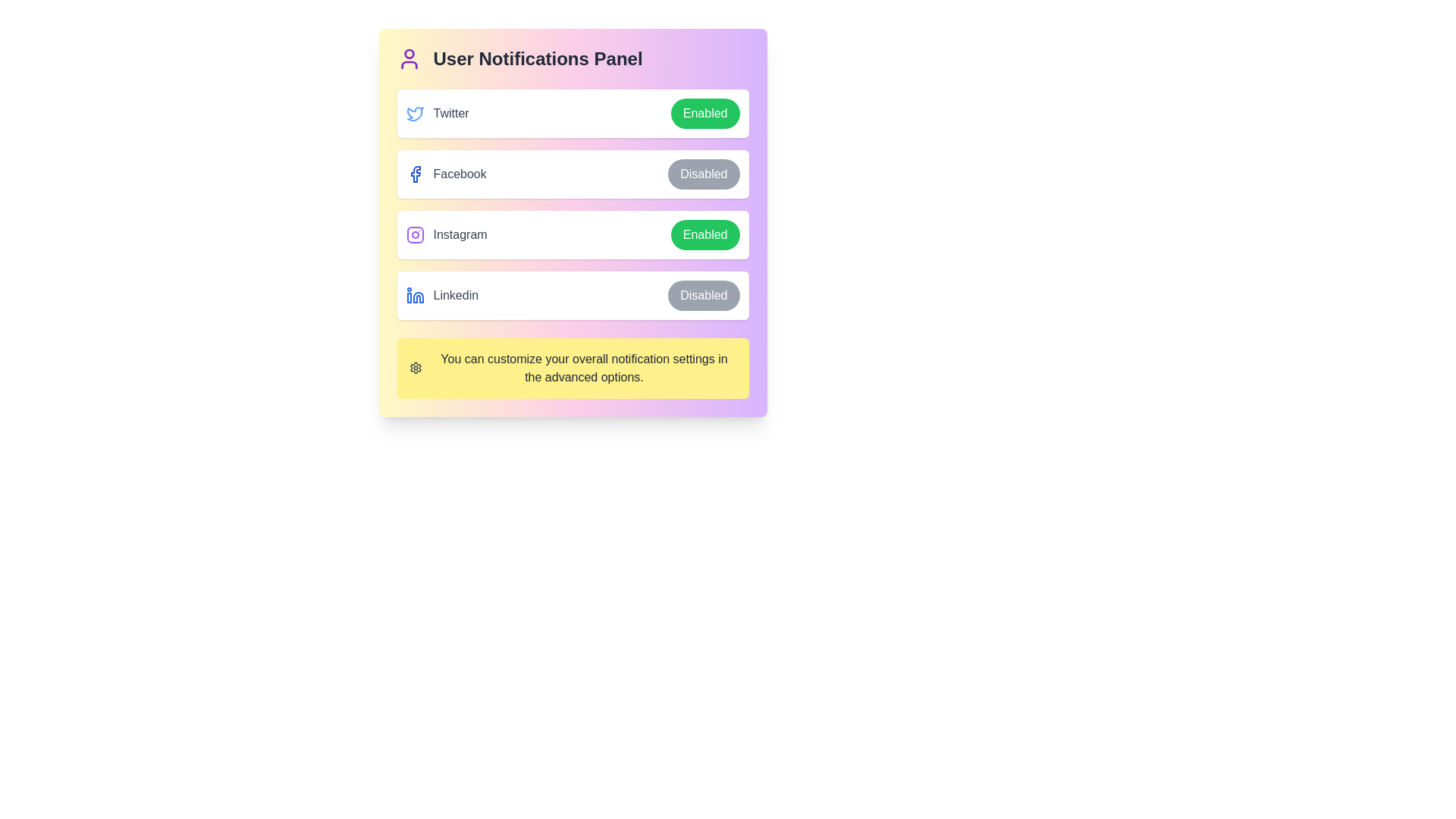  What do you see at coordinates (409, 298) in the screenshot?
I see `the narrow rectangular decorative graphical element located within the LinkedIn icon of the user notifications panel, positioned below the circular element` at bounding box center [409, 298].